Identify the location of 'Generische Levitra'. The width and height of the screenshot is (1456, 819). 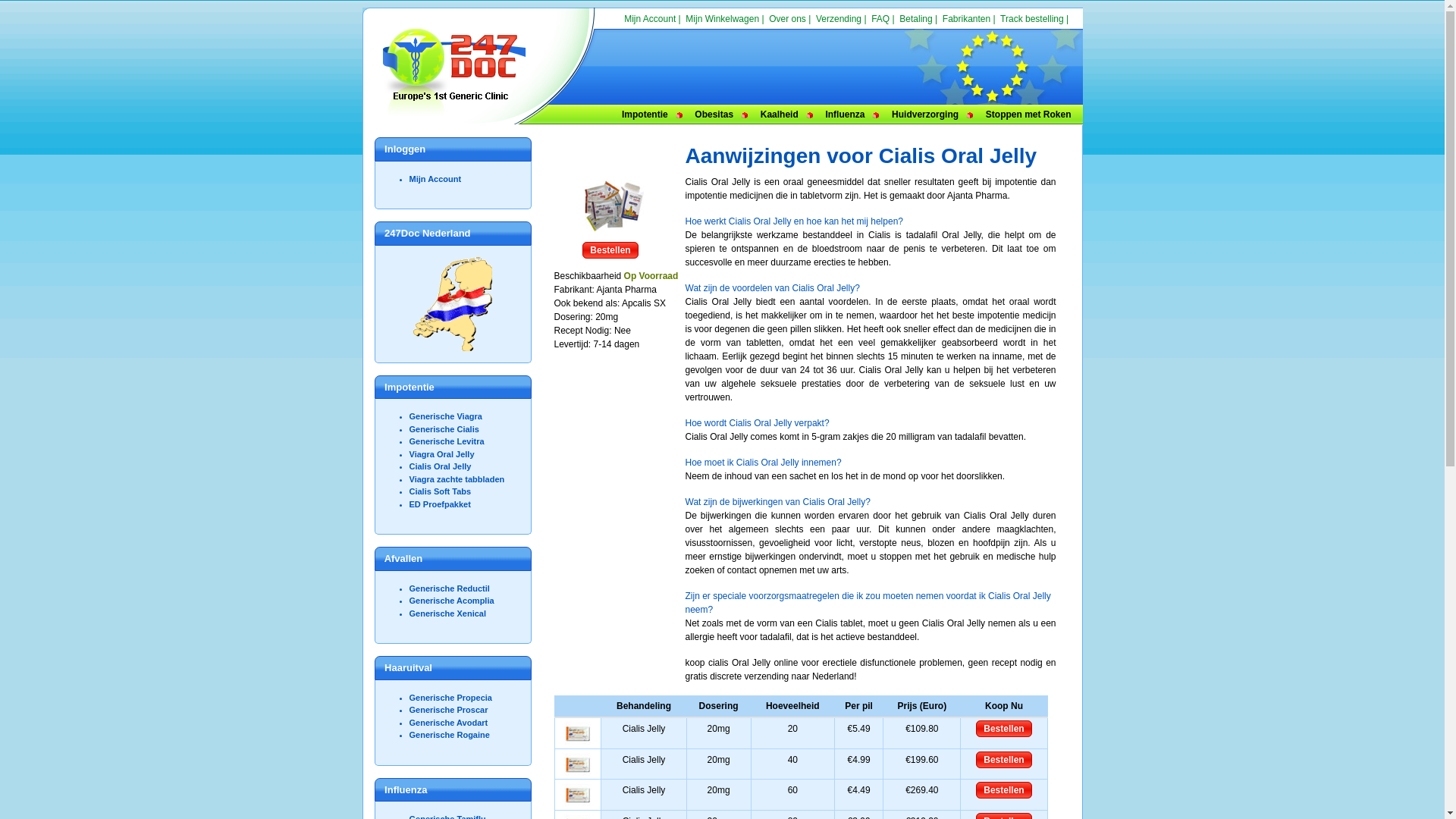
(446, 441).